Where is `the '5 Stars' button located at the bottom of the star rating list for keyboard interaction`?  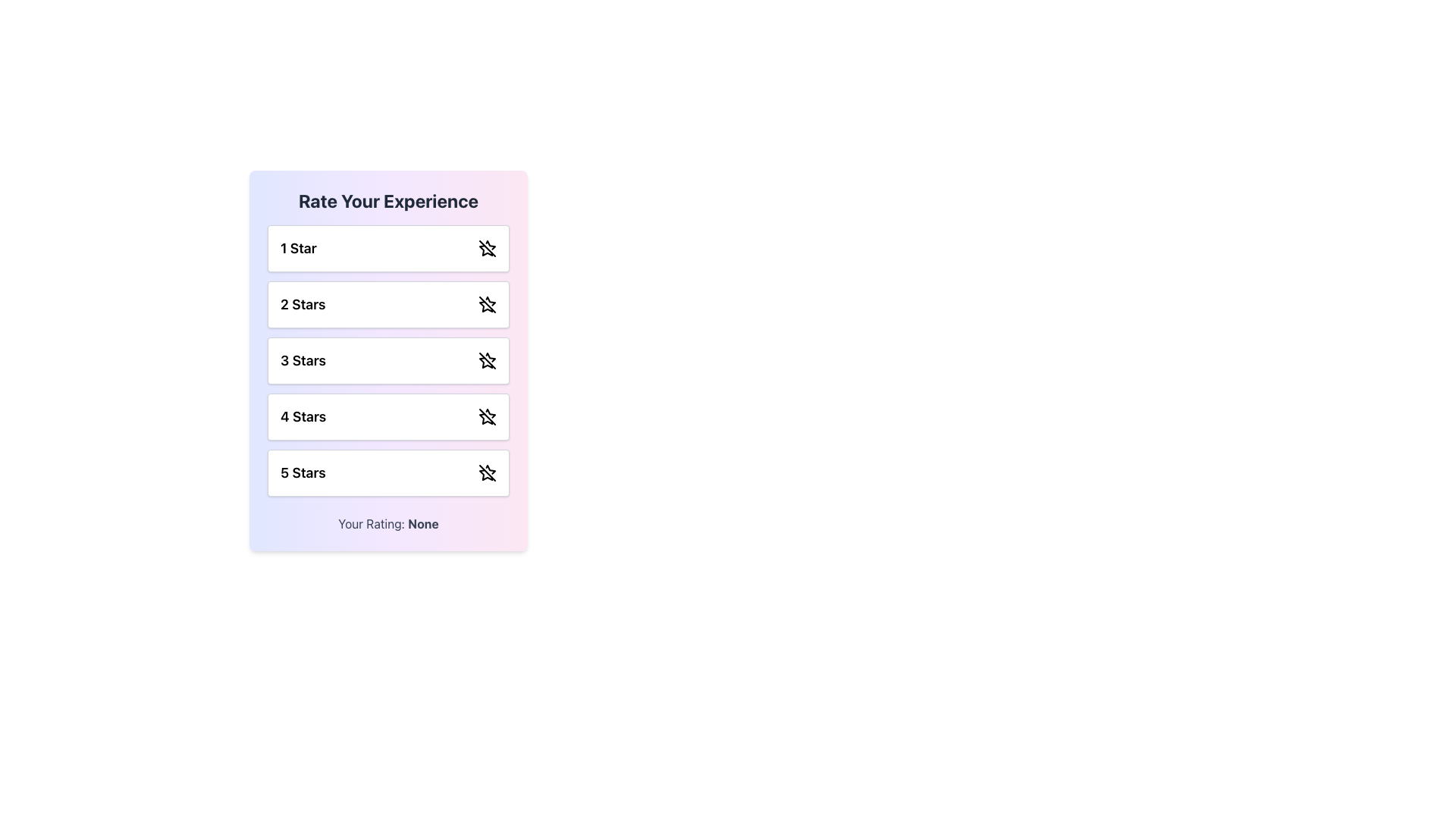
the '5 Stars' button located at the bottom of the star rating list for keyboard interaction is located at coordinates (388, 472).